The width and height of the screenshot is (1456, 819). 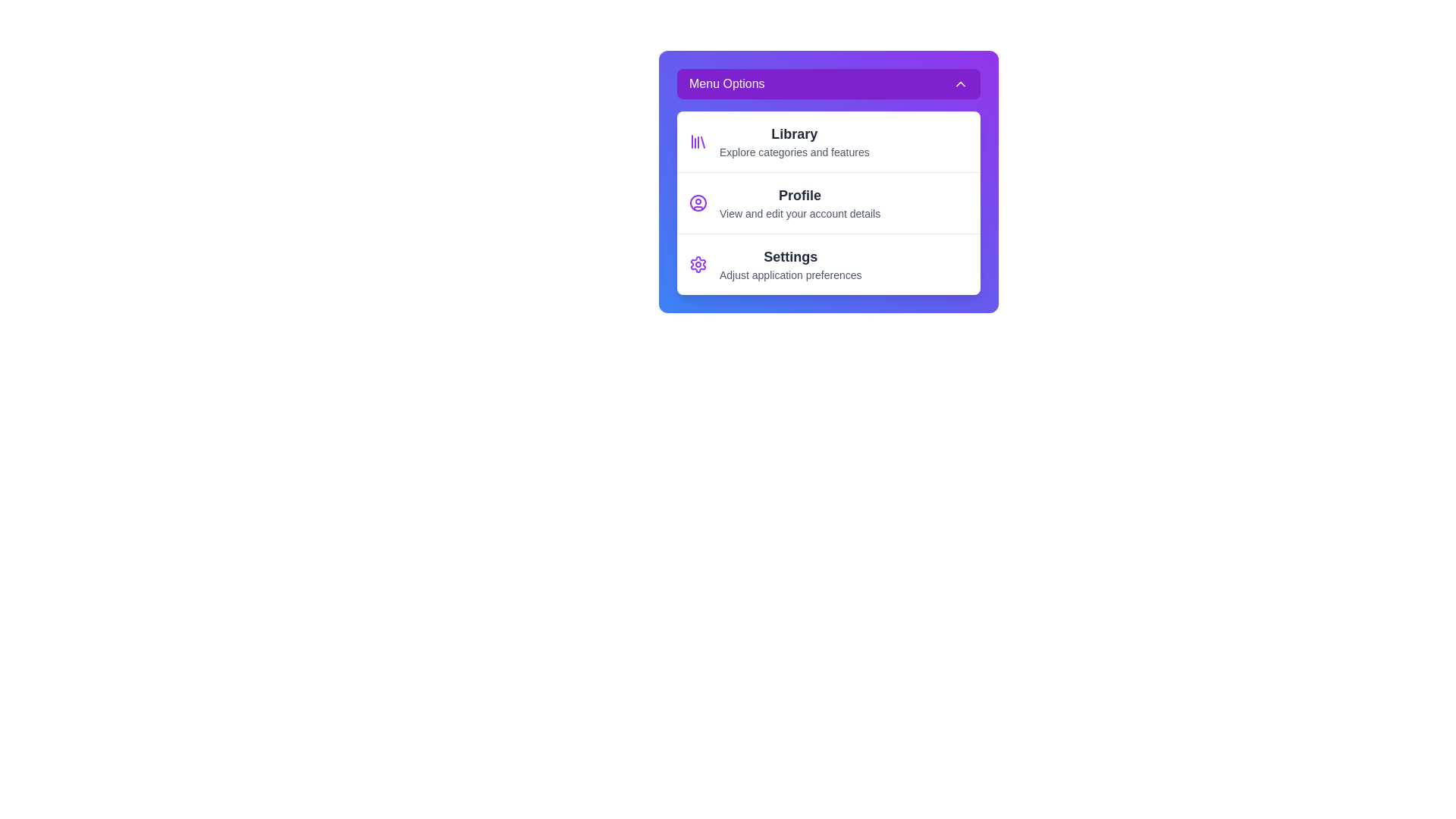 I want to click on the outermost SVG circle that visually marks the 'Profile' section in the menu for user-related actions, so click(x=698, y=202).